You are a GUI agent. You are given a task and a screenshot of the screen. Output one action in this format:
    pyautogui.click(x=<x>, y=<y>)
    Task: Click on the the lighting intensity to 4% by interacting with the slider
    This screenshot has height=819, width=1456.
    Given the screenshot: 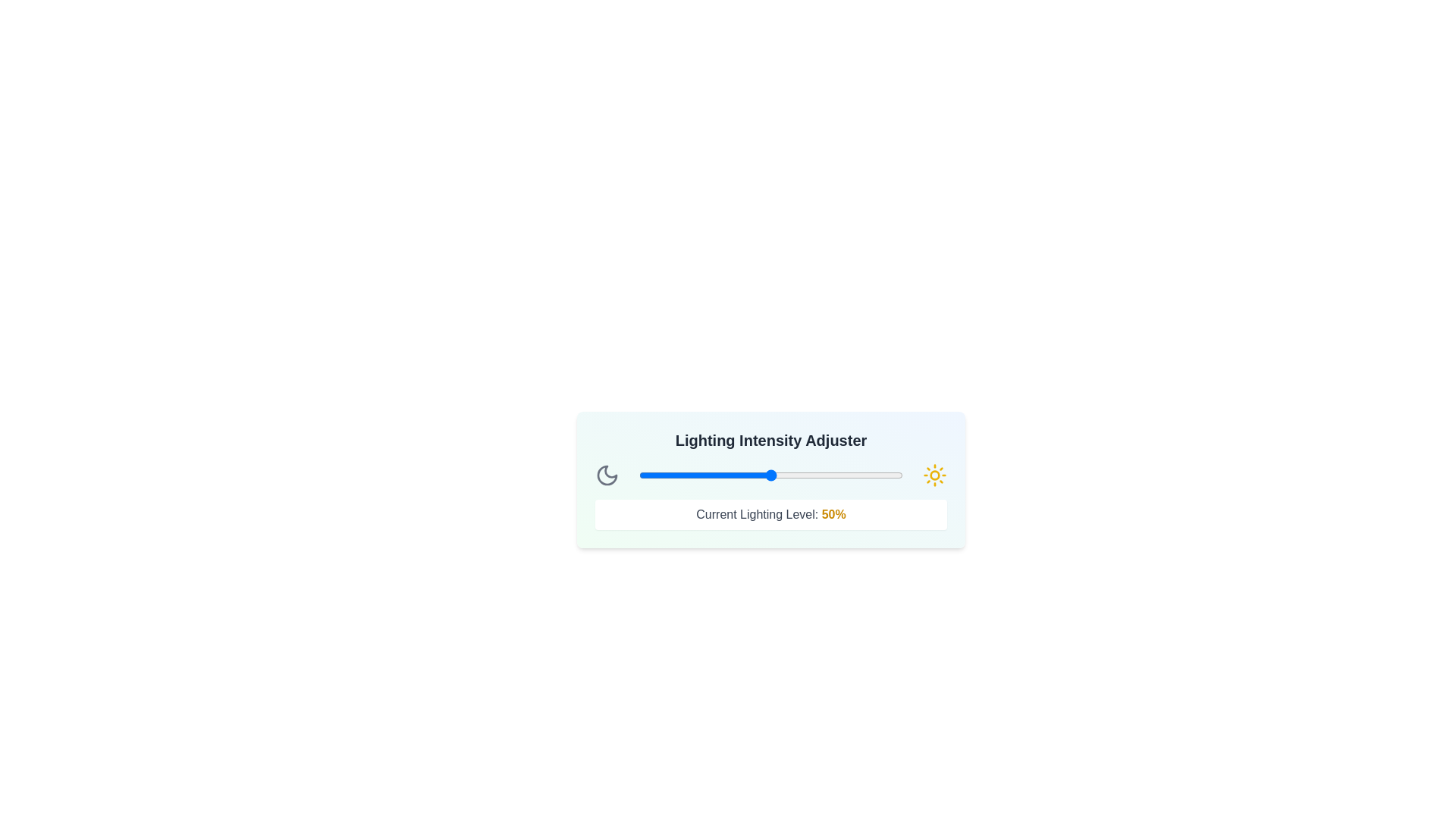 What is the action you would take?
    pyautogui.click(x=649, y=475)
    